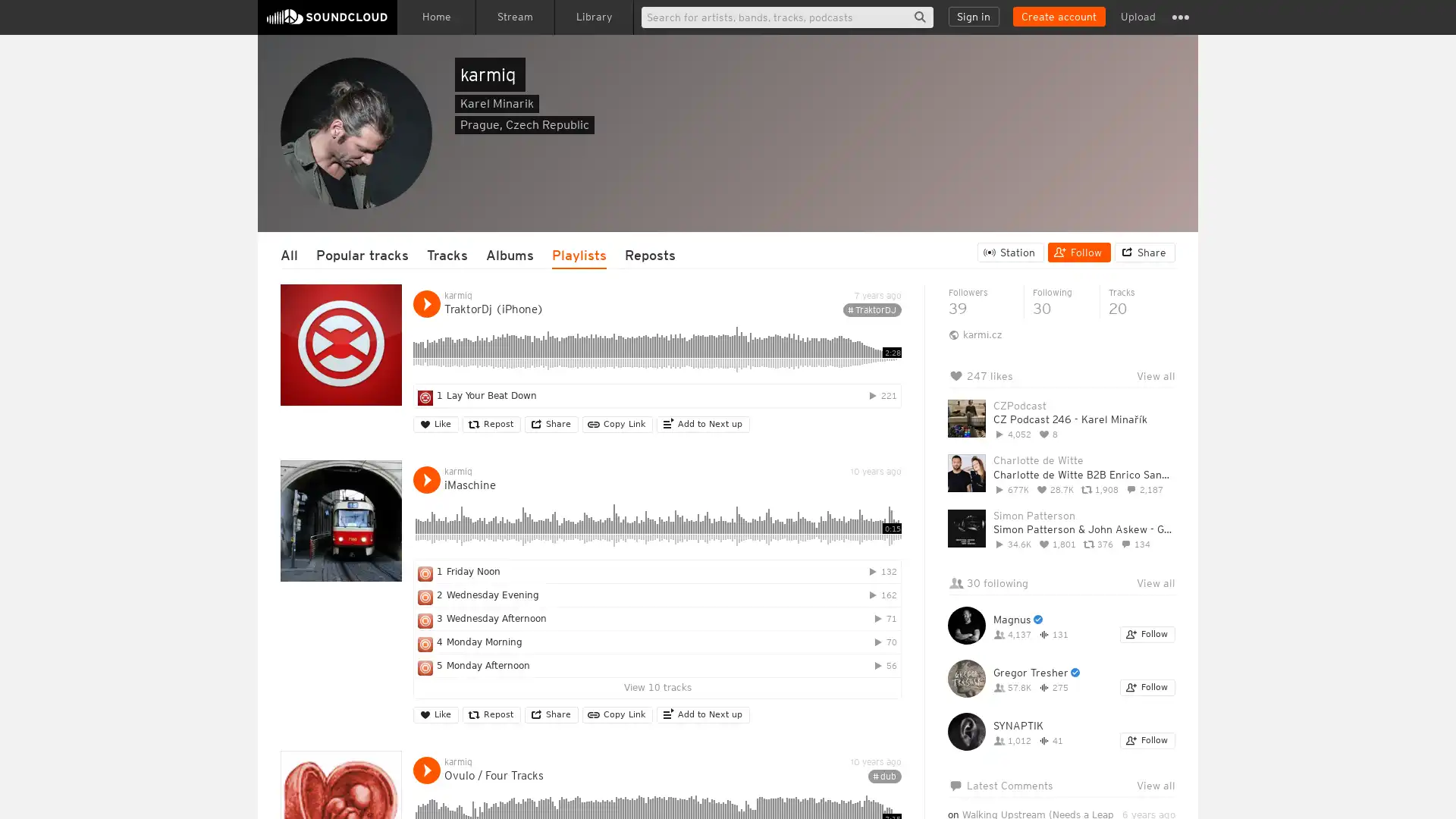 This screenshot has height=819, width=1456. Describe the element at coordinates (1078, 251) in the screenshot. I see `Follow` at that location.